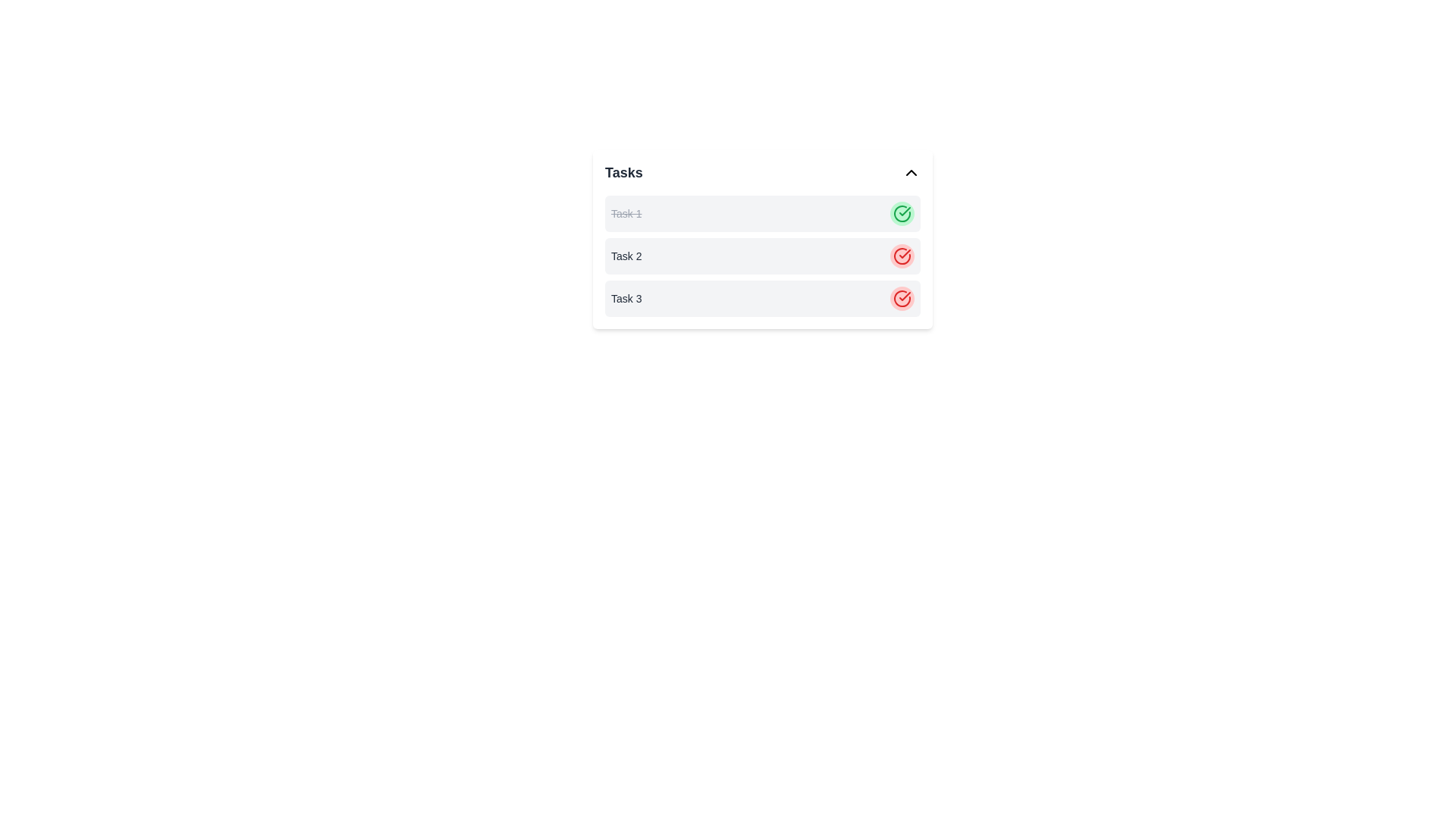  What do you see at coordinates (626, 213) in the screenshot?
I see `the Text label in the first item of the 'Tasks' list that indicates task completion status with strikethrough styling` at bounding box center [626, 213].